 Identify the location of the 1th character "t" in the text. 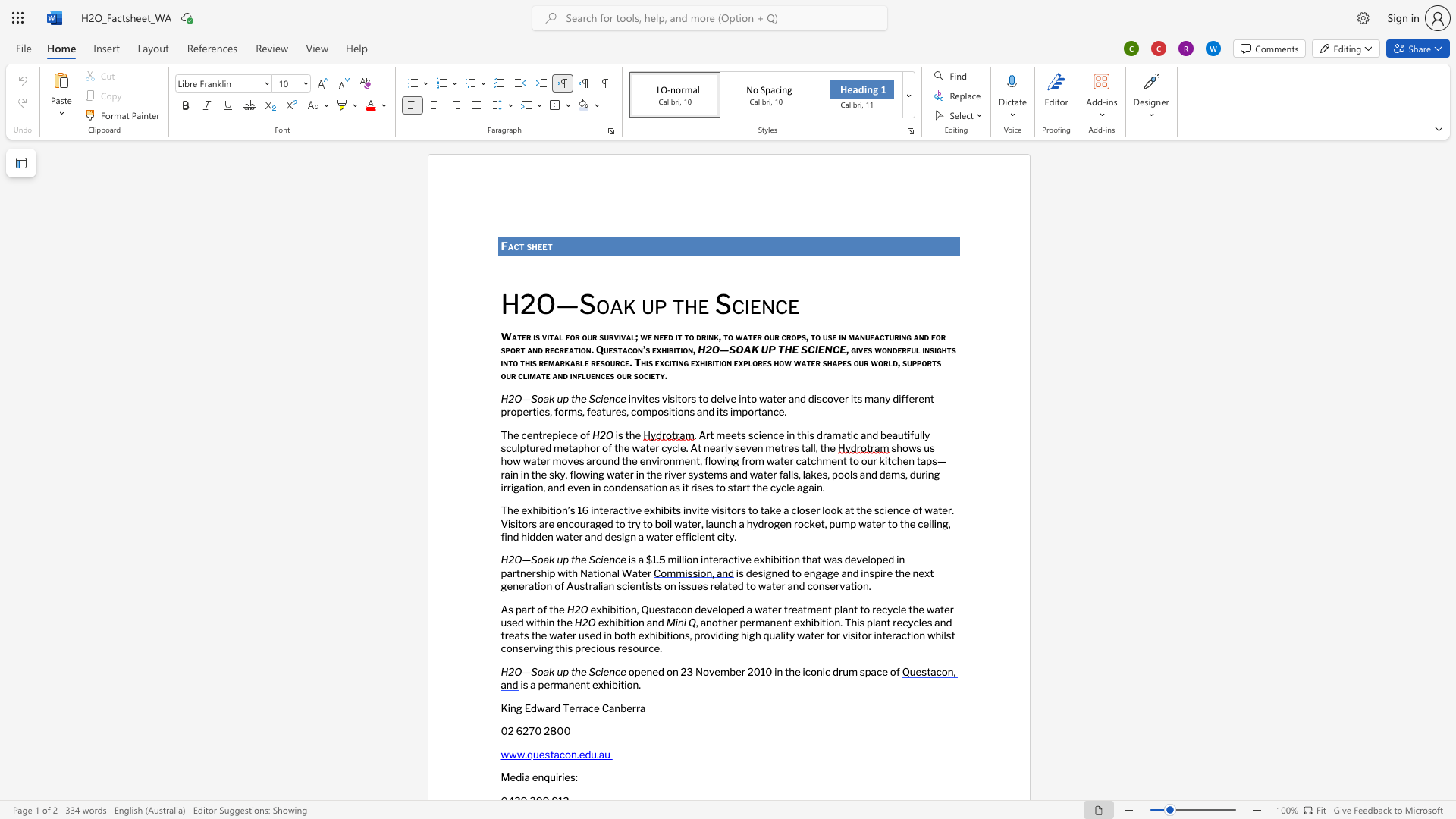
(720, 412).